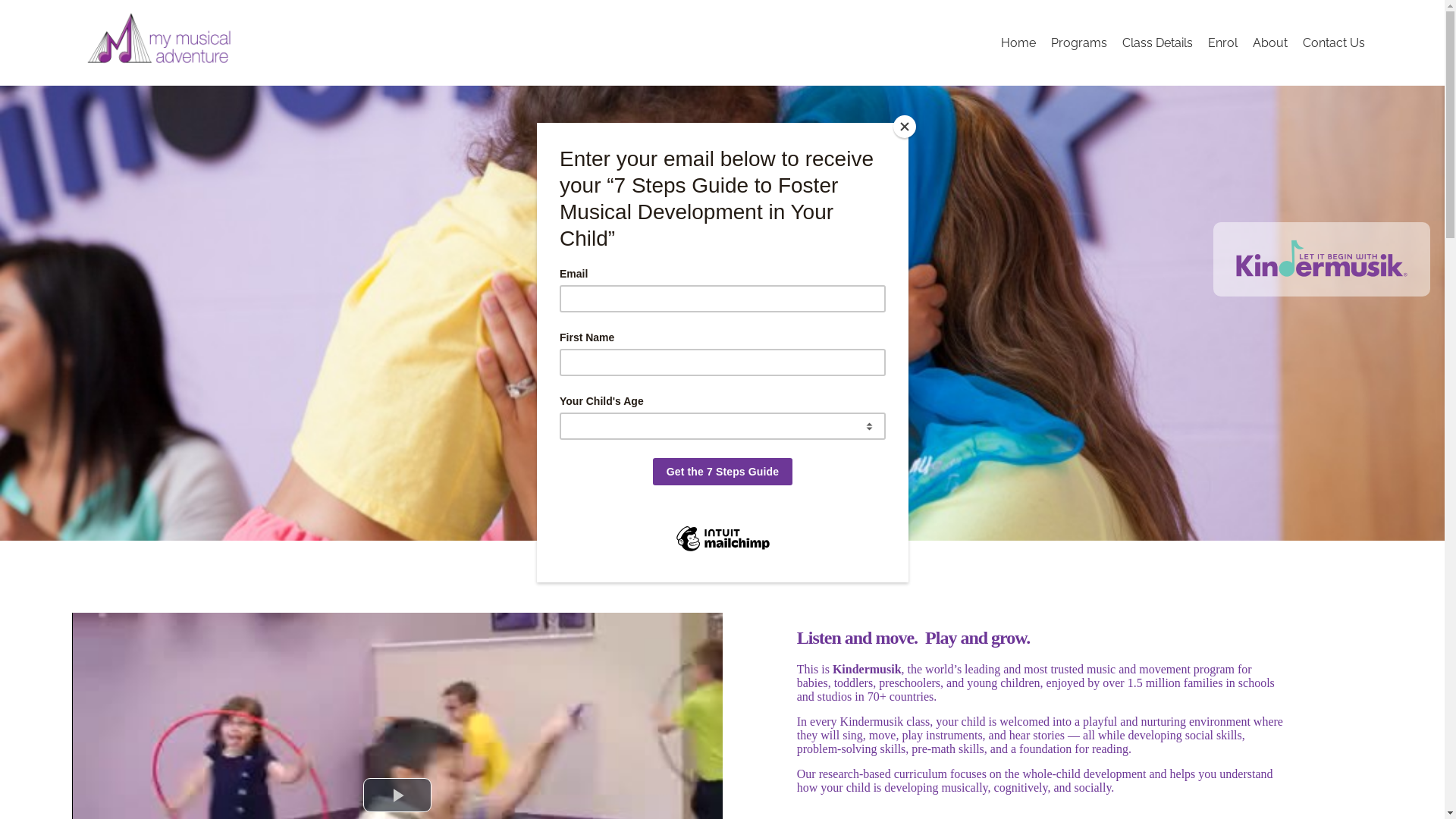  I want to click on 'Class Details', so click(1156, 42).